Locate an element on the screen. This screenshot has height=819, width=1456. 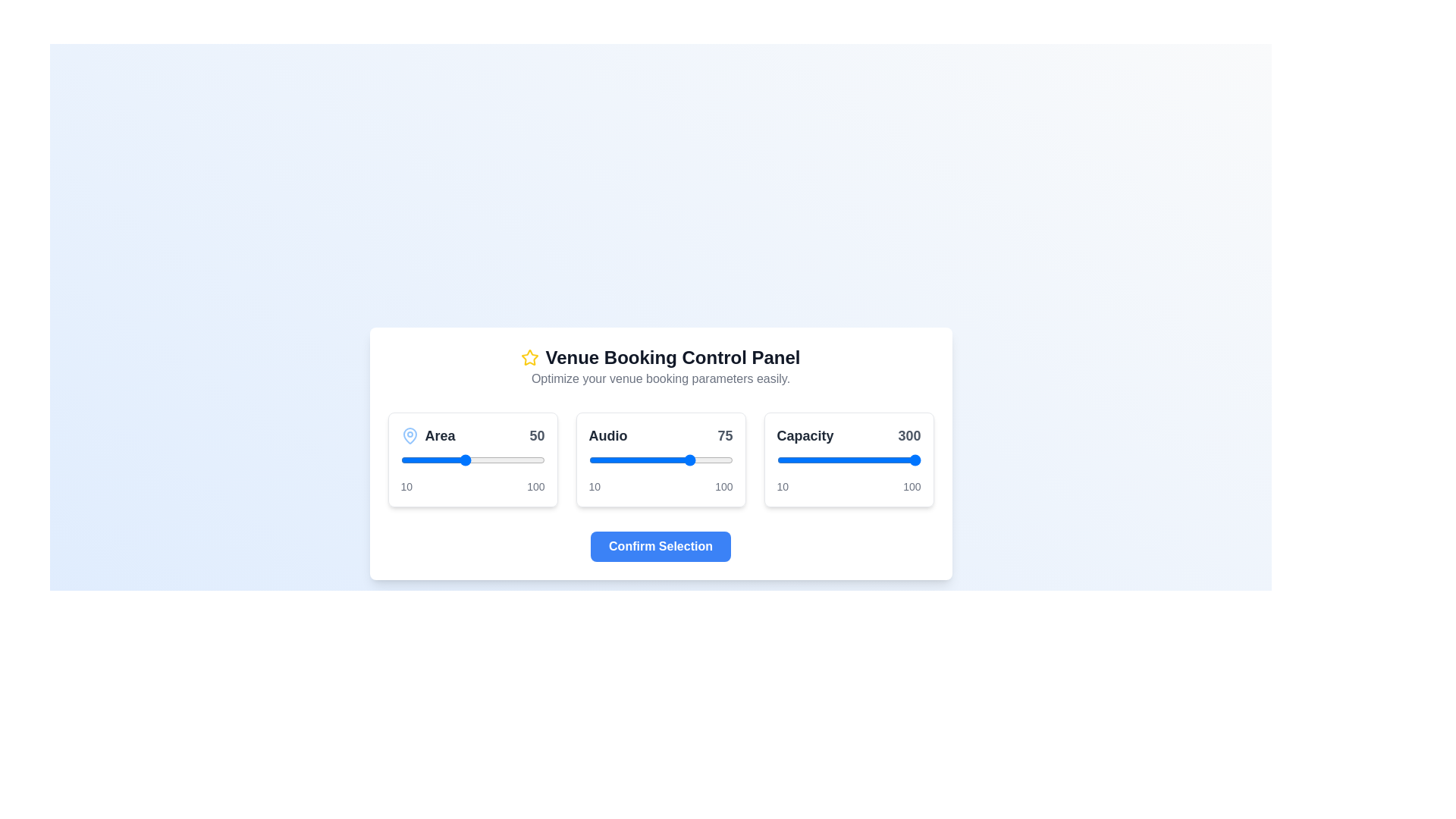
the Audio slider, which is a horizontal slider with a gradient from green to blue, located centrally in the 'Audio' section below 'Audio 75' and above the range indicators '10 100' is located at coordinates (661, 459).